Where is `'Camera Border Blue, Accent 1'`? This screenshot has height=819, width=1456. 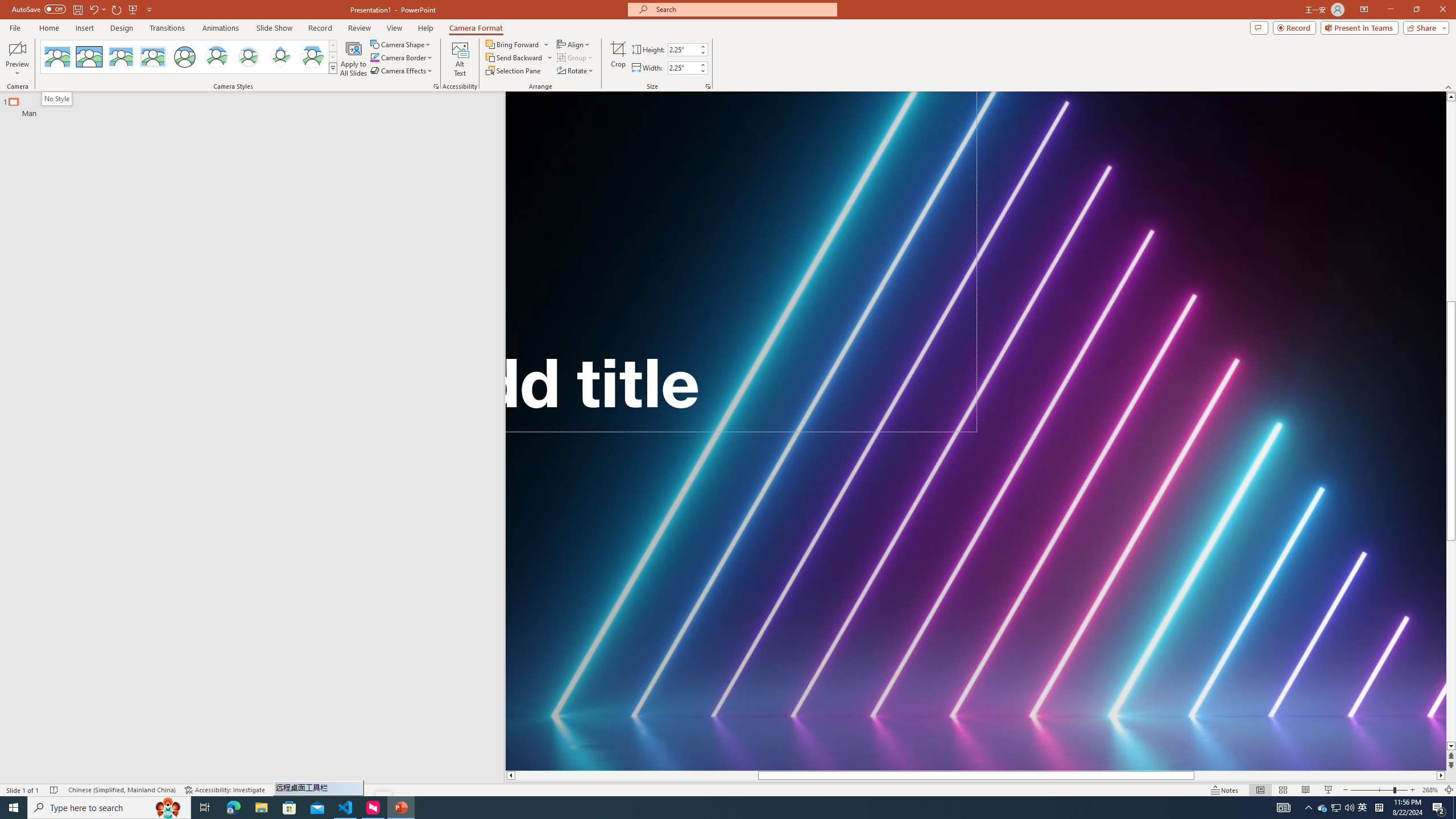
'Camera Border Blue, Accent 1' is located at coordinates (375, 56).